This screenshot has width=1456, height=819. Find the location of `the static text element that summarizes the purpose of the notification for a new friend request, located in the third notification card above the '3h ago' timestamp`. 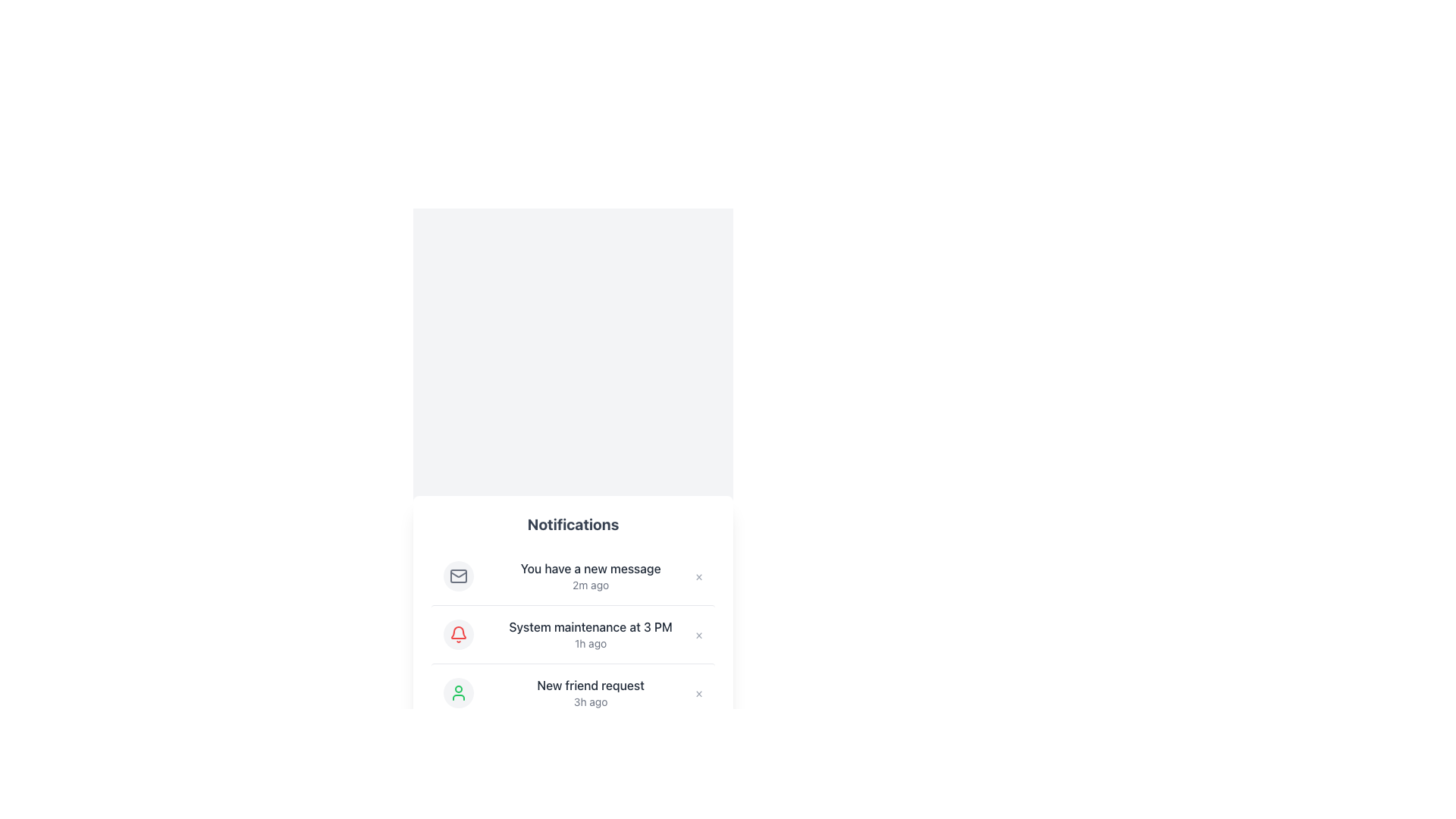

the static text element that summarizes the purpose of the notification for a new friend request, located in the third notification card above the '3h ago' timestamp is located at coordinates (590, 685).